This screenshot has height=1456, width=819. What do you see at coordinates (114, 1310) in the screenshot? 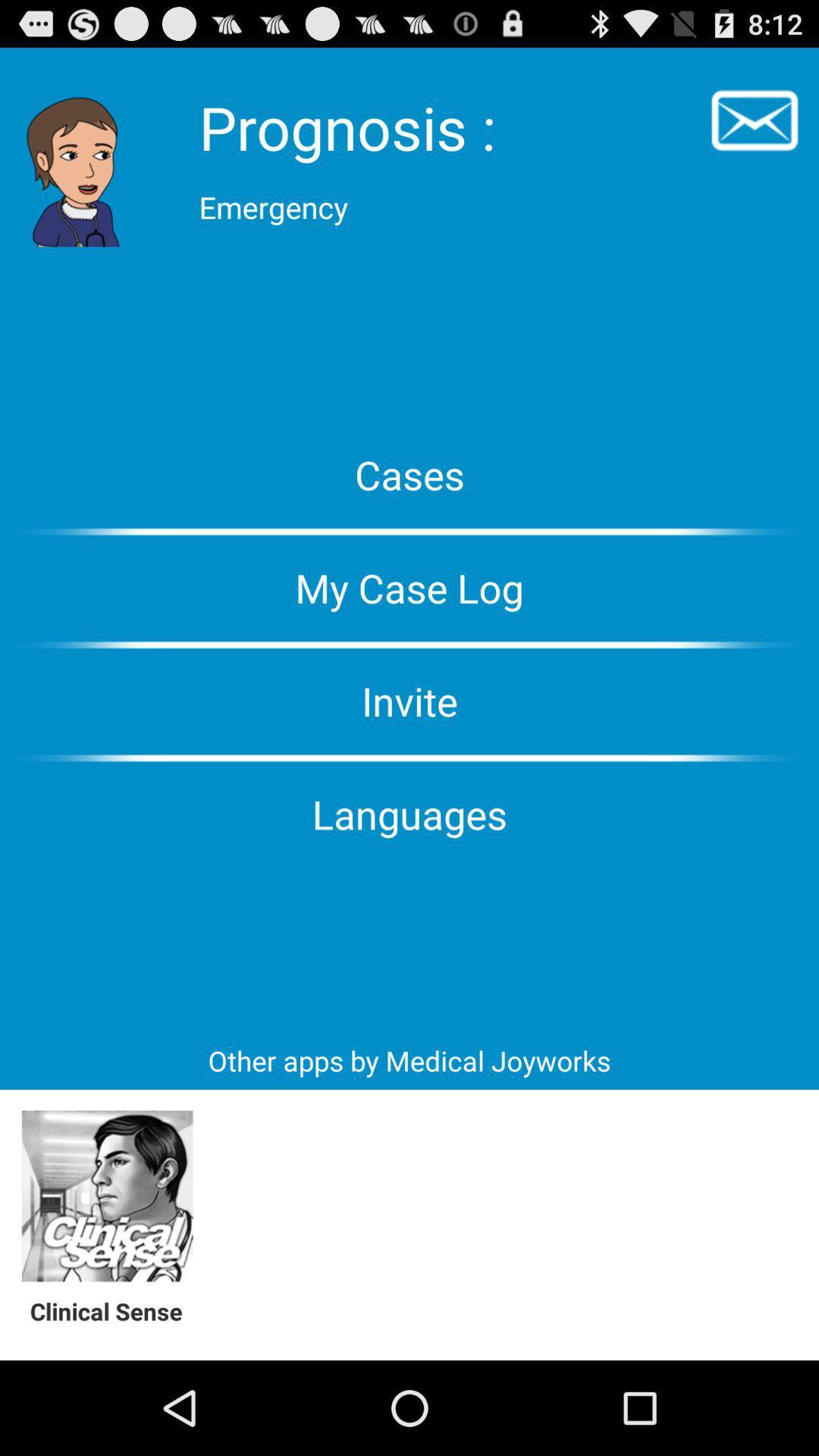
I see `the clinical sense app` at bounding box center [114, 1310].